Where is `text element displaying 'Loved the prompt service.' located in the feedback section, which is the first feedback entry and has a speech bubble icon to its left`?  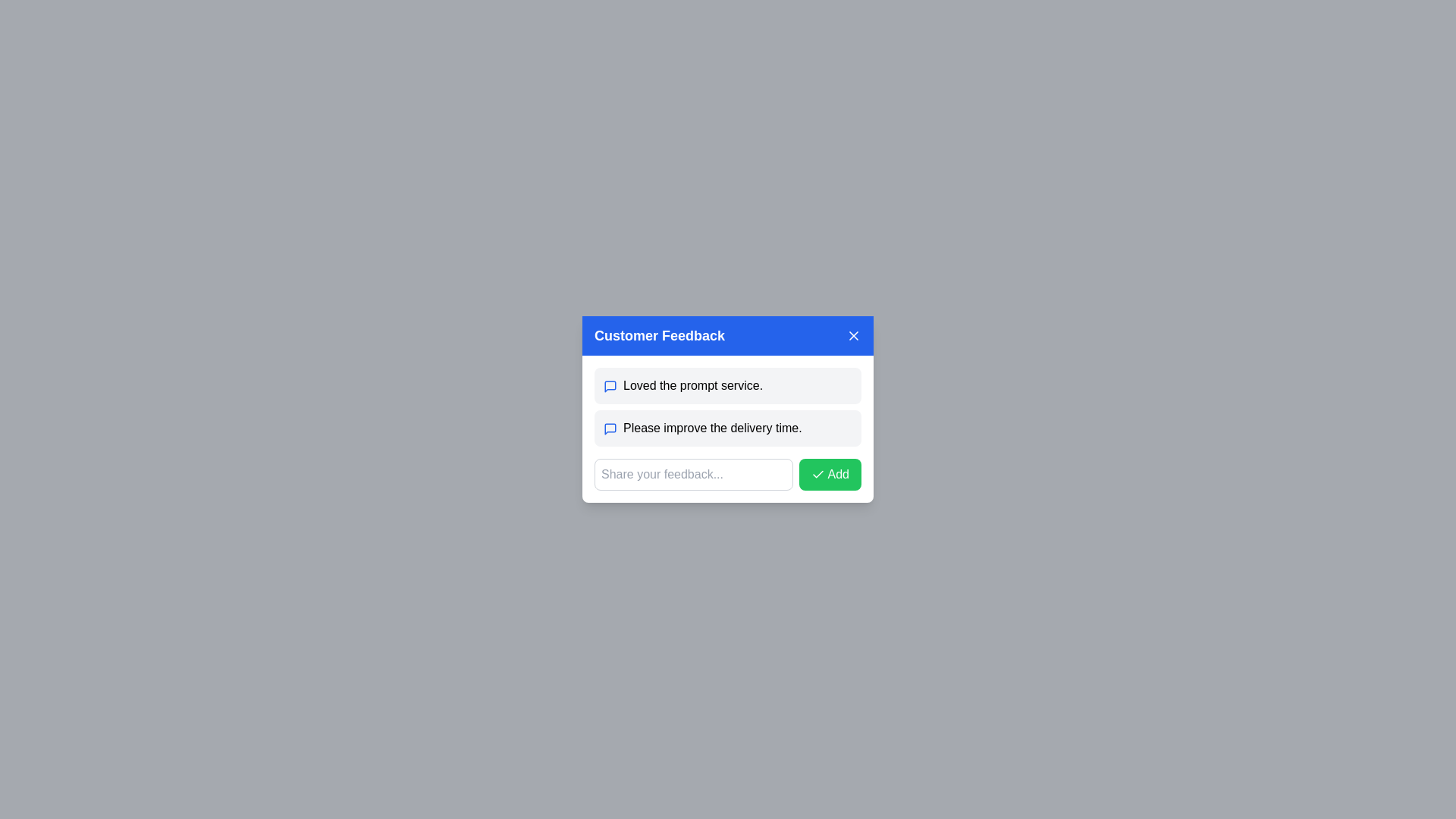 text element displaying 'Loved the prompt service.' located in the feedback section, which is the first feedback entry and has a speech bubble icon to its left is located at coordinates (692, 385).